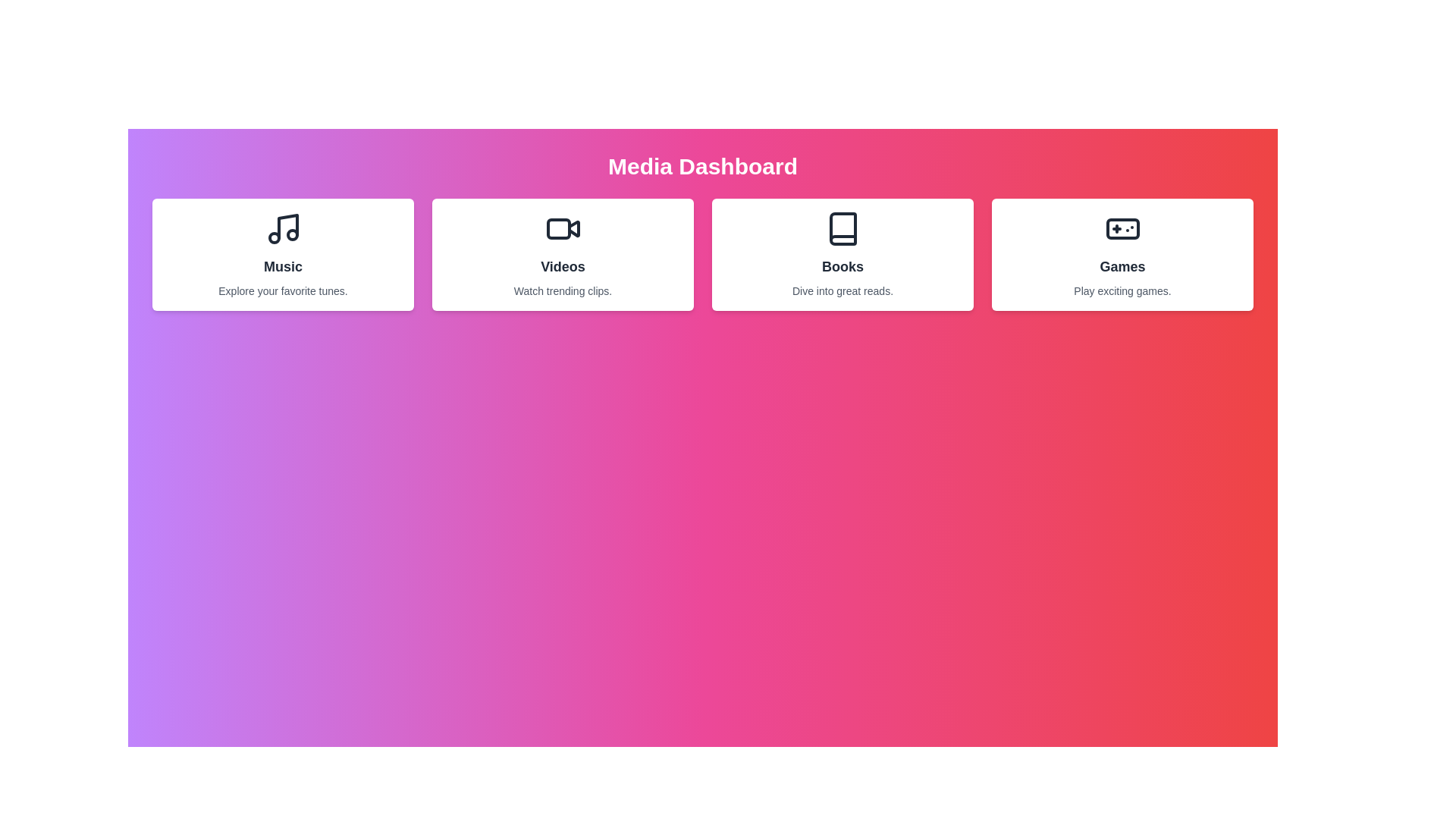 Image resolution: width=1456 pixels, height=819 pixels. I want to click on text label that says 'Music', which is styled in a bold and large font, centered beneath a music icon and above smaller descriptive text, to identify the category, so click(283, 265).